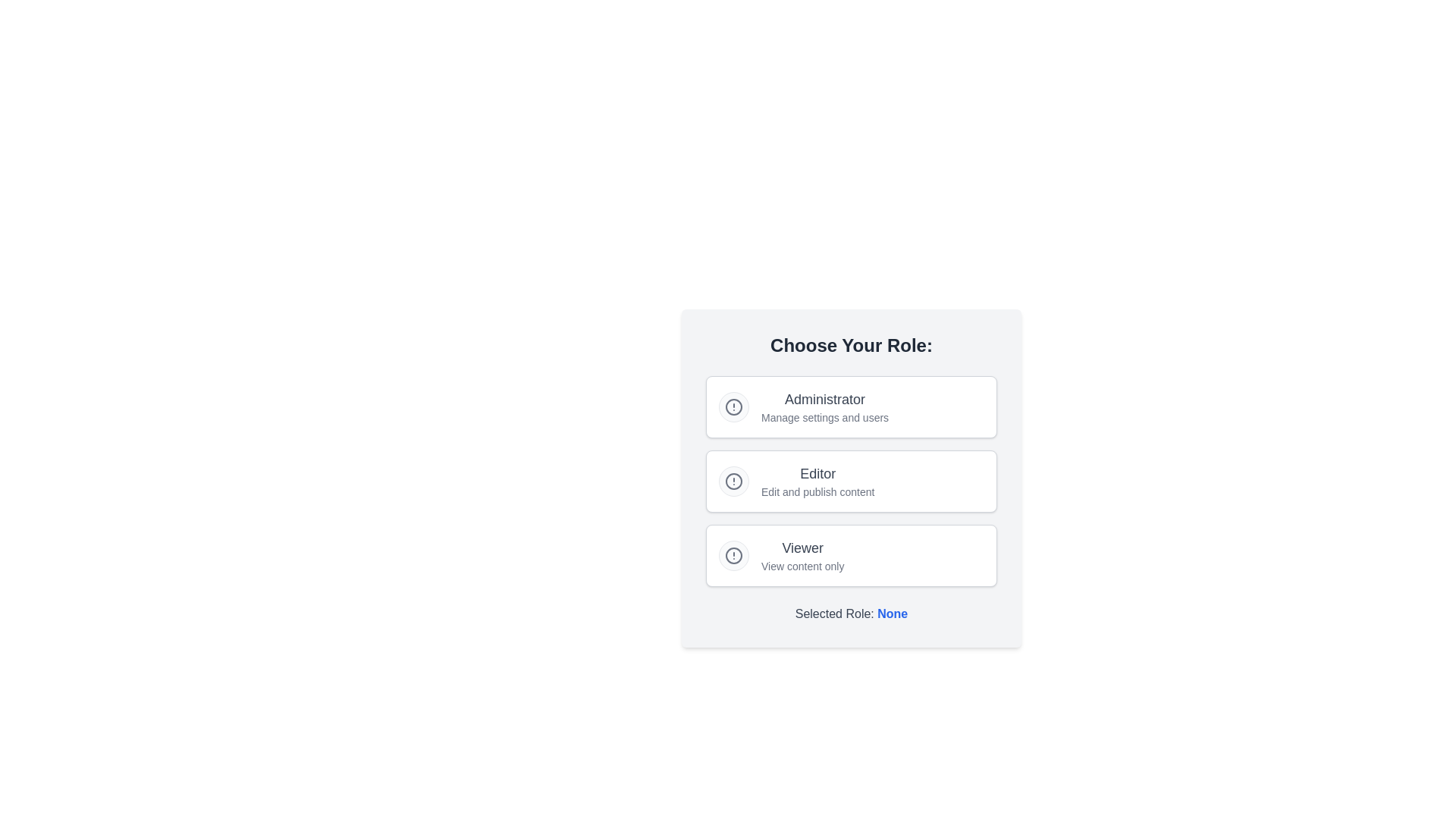  Describe the element at coordinates (852, 345) in the screenshot. I see `the static text element located at the top of the dialog box, which serves as the descriptive title for the section above the list of role options` at that location.